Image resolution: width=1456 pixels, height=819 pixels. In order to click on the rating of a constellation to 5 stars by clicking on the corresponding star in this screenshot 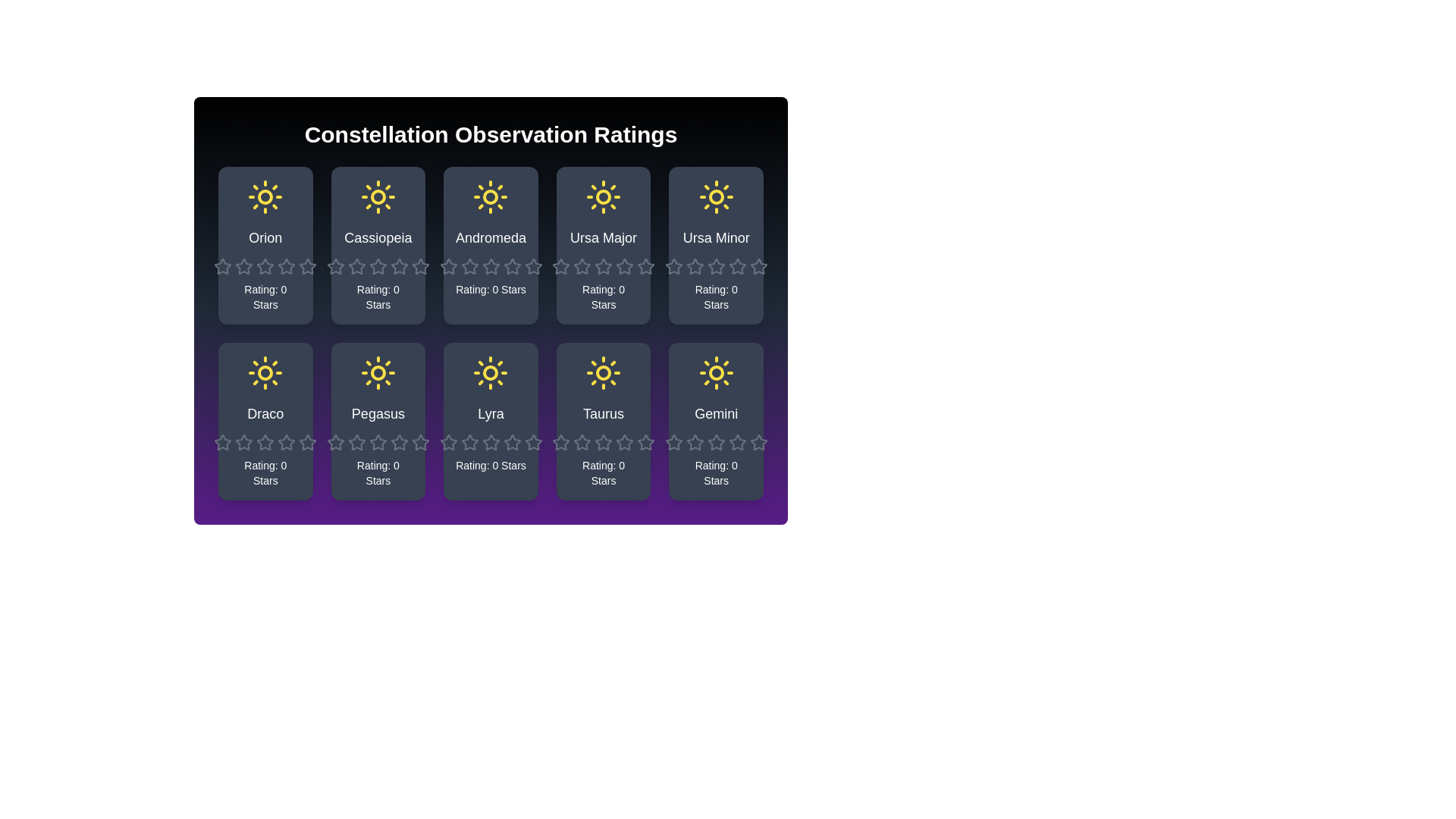, I will do `click(299, 256)`.